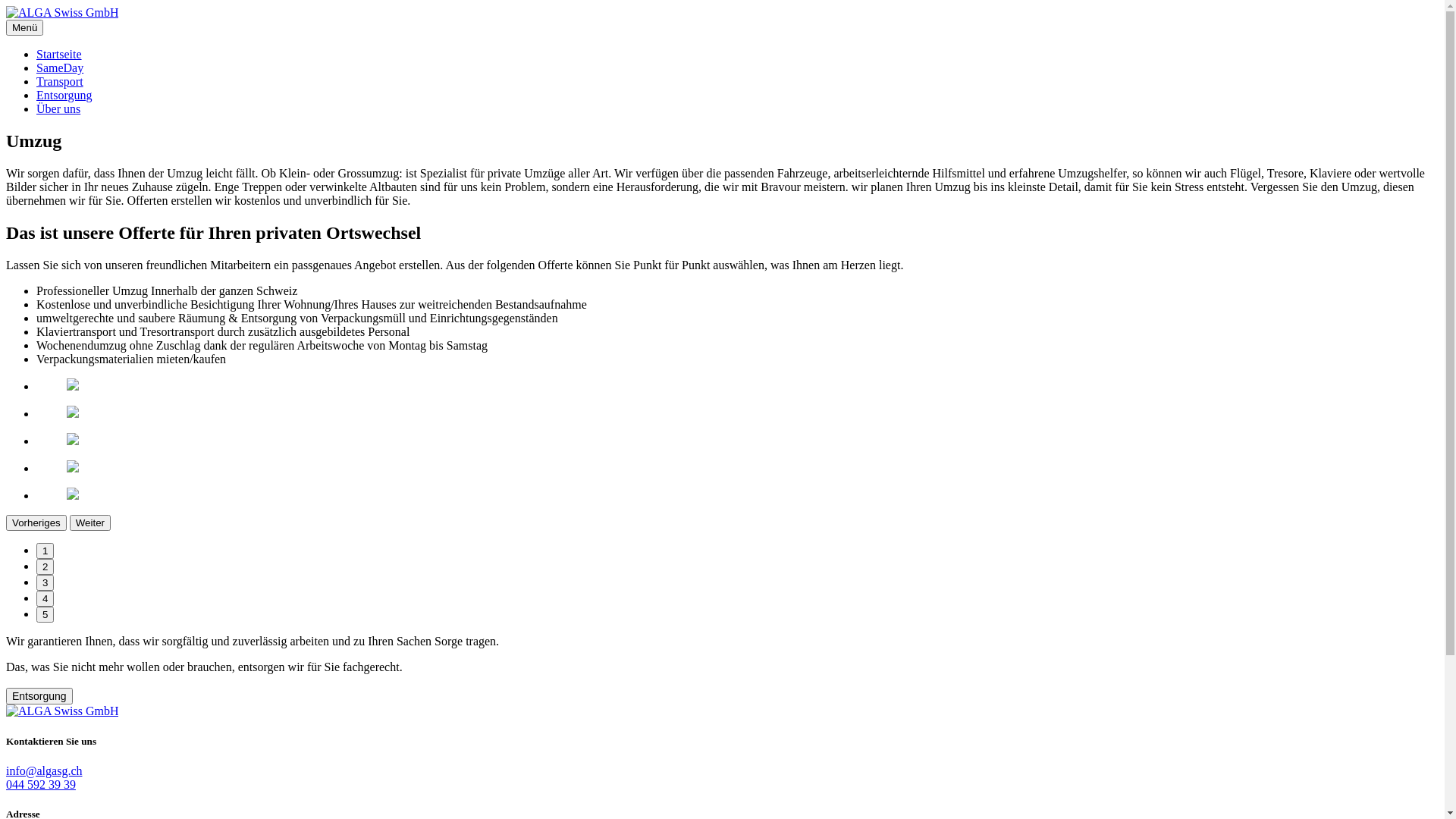  What do you see at coordinates (45, 566) in the screenshot?
I see `'2'` at bounding box center [45, 566].